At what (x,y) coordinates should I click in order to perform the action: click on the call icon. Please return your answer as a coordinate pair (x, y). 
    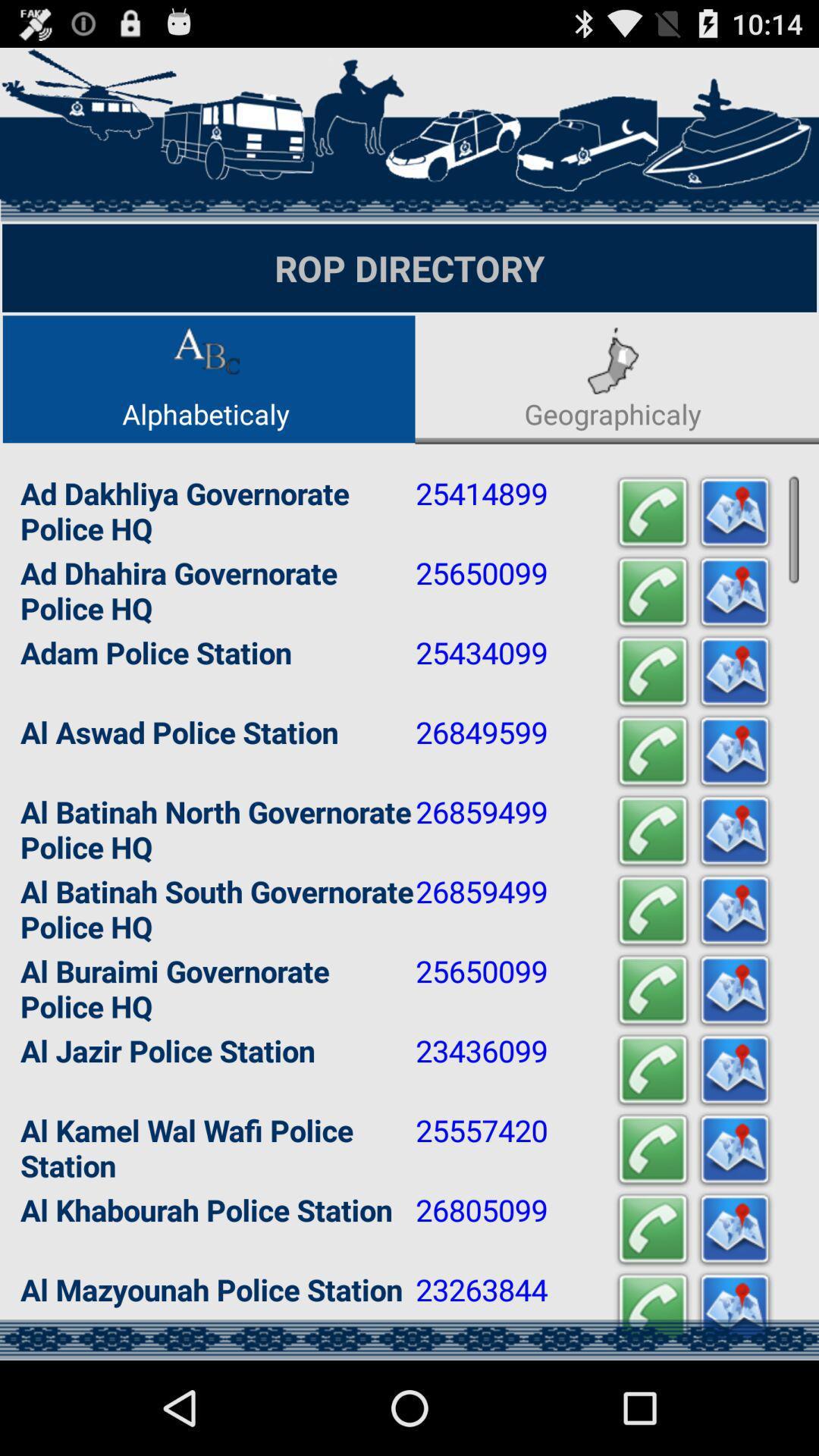
    Looking at the image, I should click on (651, 1230).